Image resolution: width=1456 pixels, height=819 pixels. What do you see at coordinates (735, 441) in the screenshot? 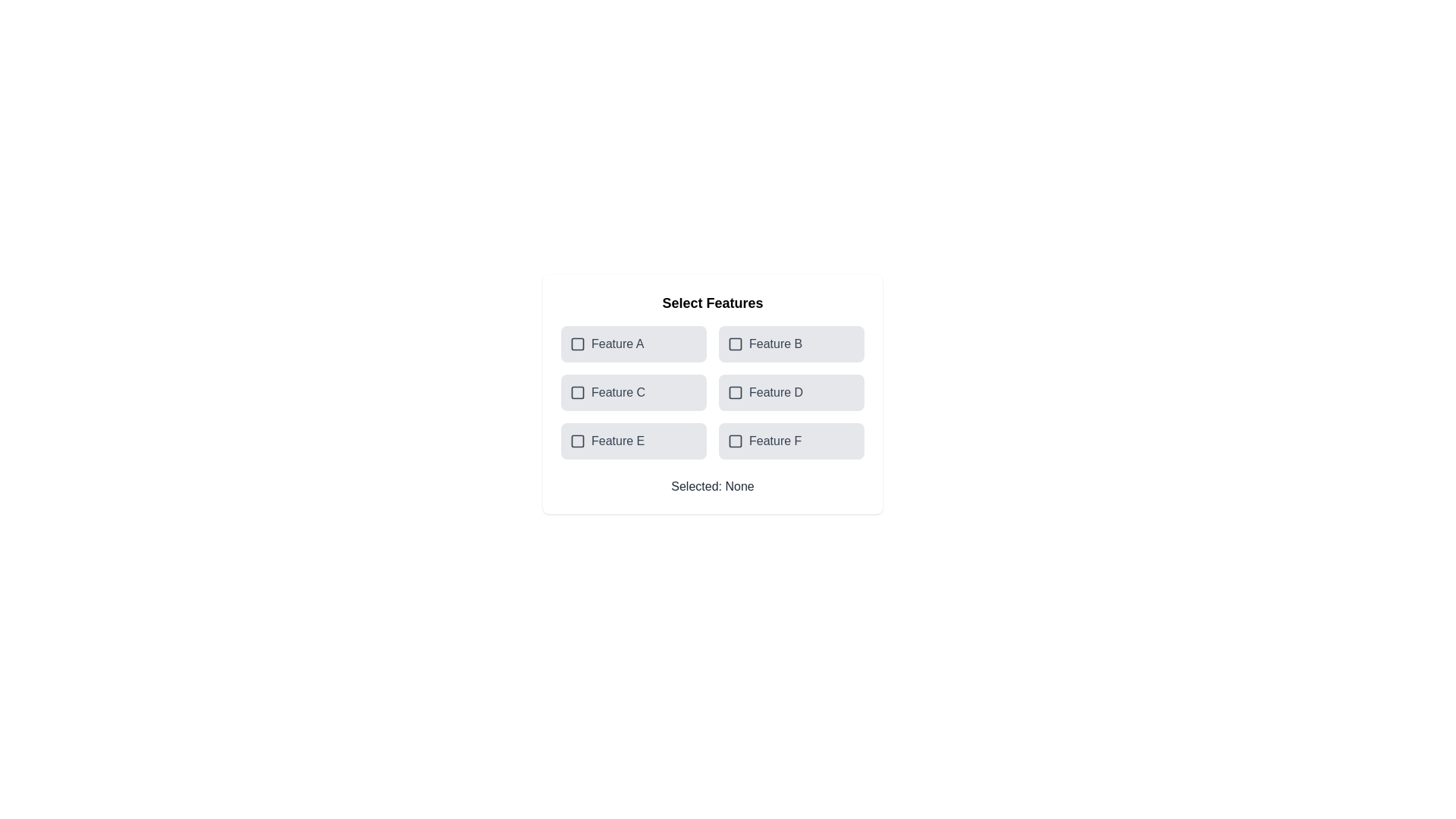
I see `the checkbox located at the left end of the 'Feature F' row` at bounding box center [735, 441].